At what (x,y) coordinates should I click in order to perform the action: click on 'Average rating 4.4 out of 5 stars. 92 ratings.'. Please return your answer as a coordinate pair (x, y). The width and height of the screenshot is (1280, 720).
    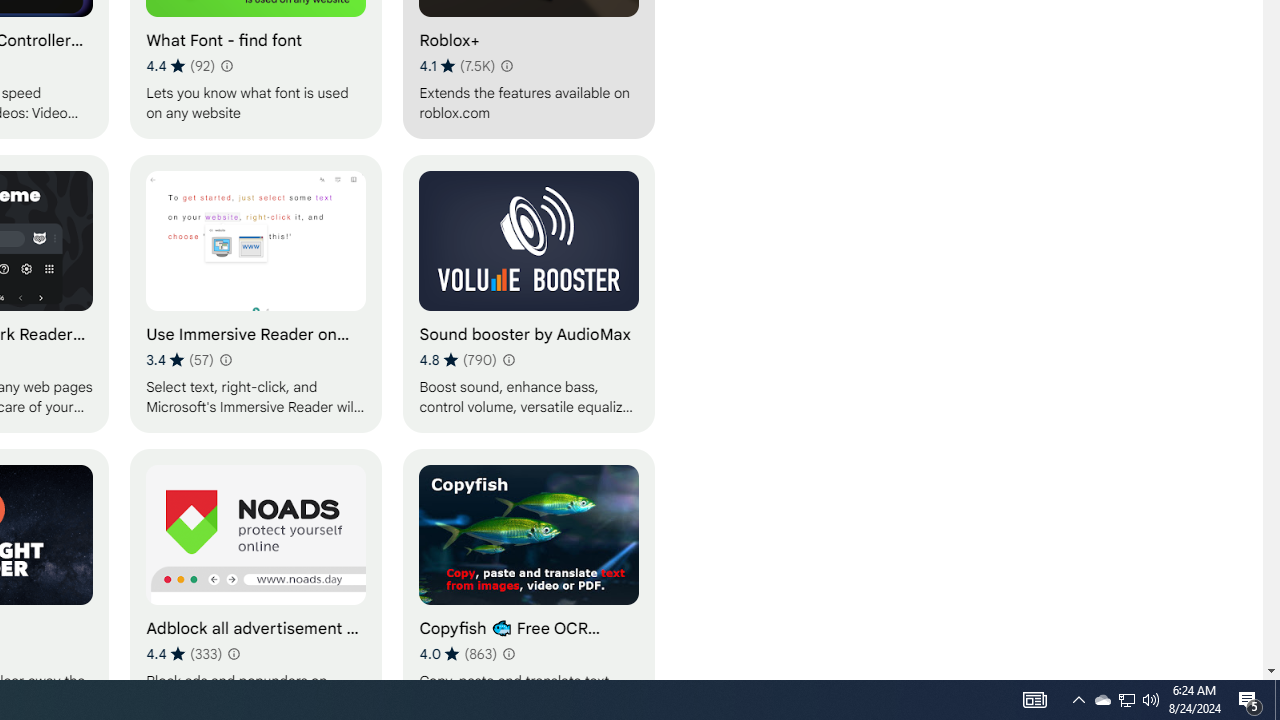
    Looking at the image, I should click on (181, 65).